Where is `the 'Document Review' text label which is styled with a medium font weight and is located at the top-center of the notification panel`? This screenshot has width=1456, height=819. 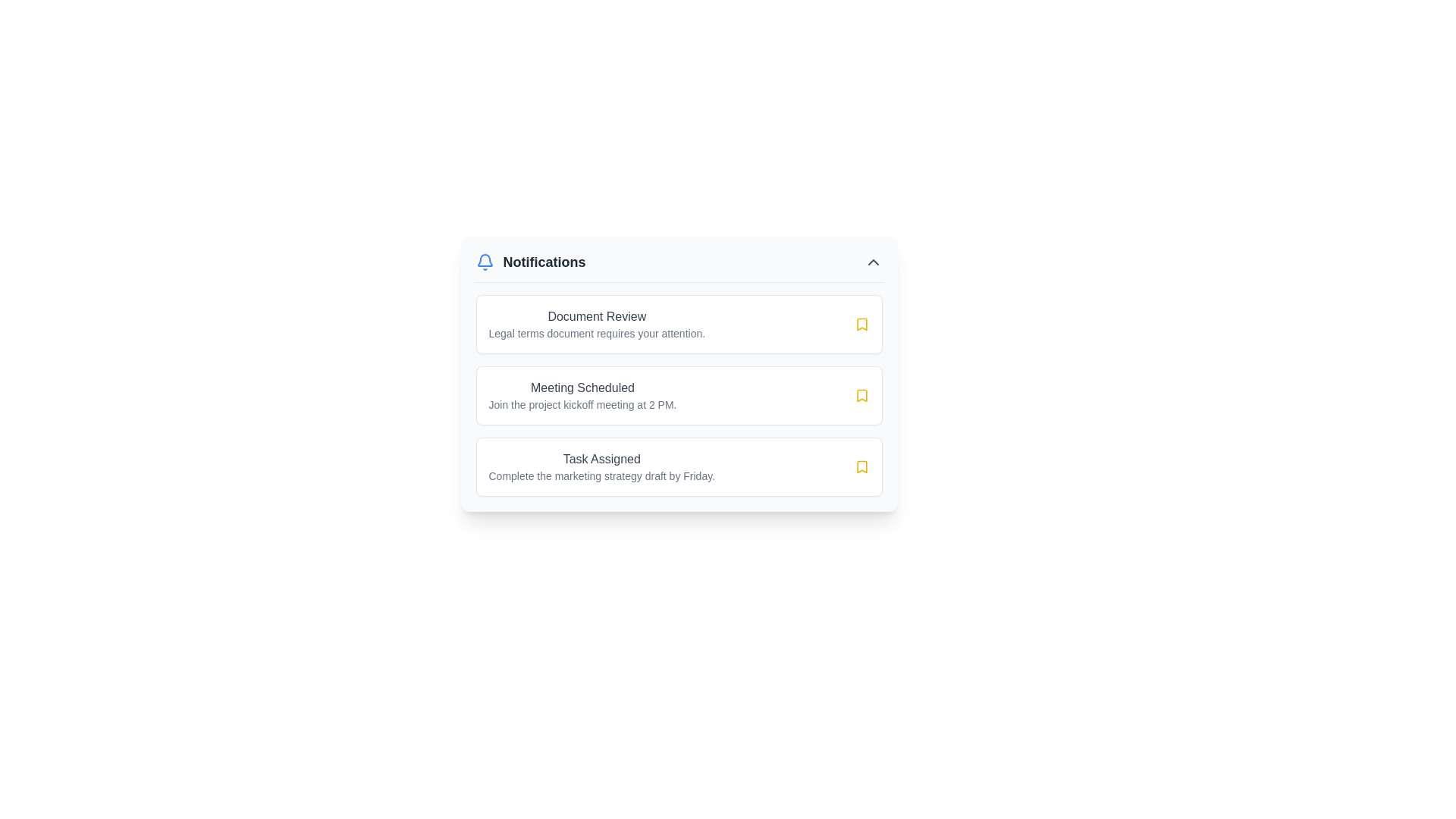
the 'Document Review' text label which is styled with a medium font weight and is located at the top-center of the notification panel is located at coordinates (596, 315).